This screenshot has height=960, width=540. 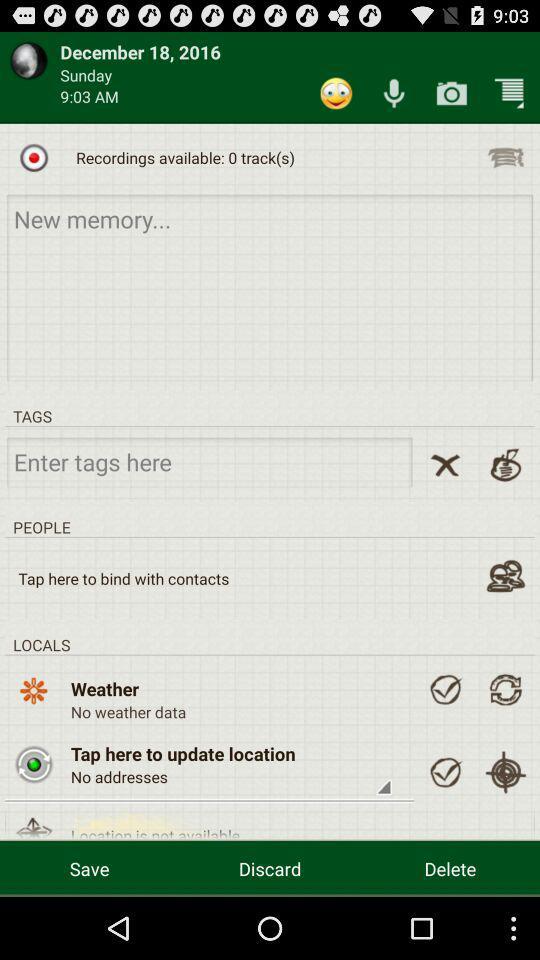 I want to click on for rotation, so click(x=504, y=689).